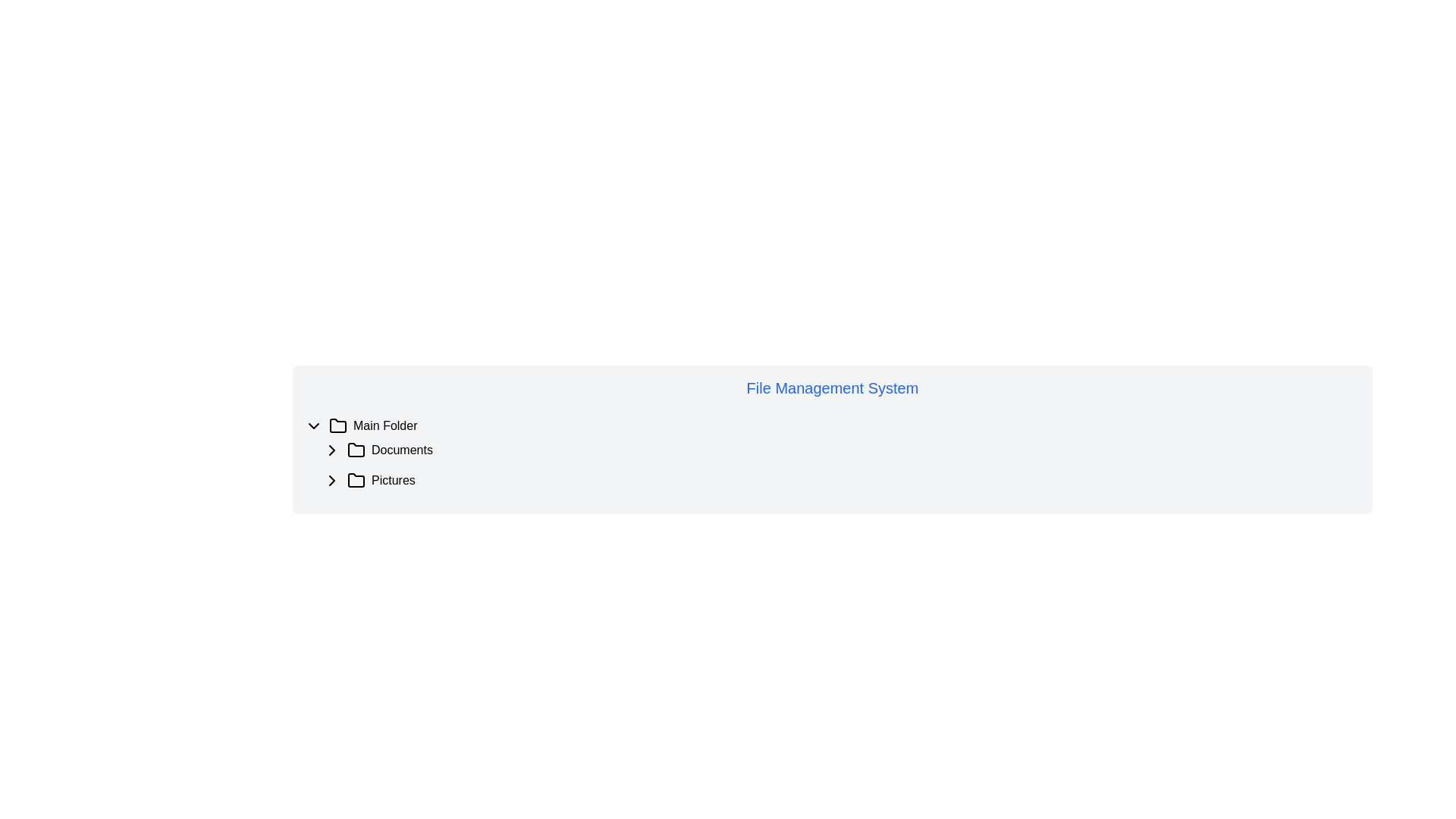  What do you see at coordinates (356, 450) in the screenshot?
I see `the SVG Icon representing the 'Documents' section in the file hierarchy, which is located to the left of the 'Documents' label` at bounding box center [356, 450].